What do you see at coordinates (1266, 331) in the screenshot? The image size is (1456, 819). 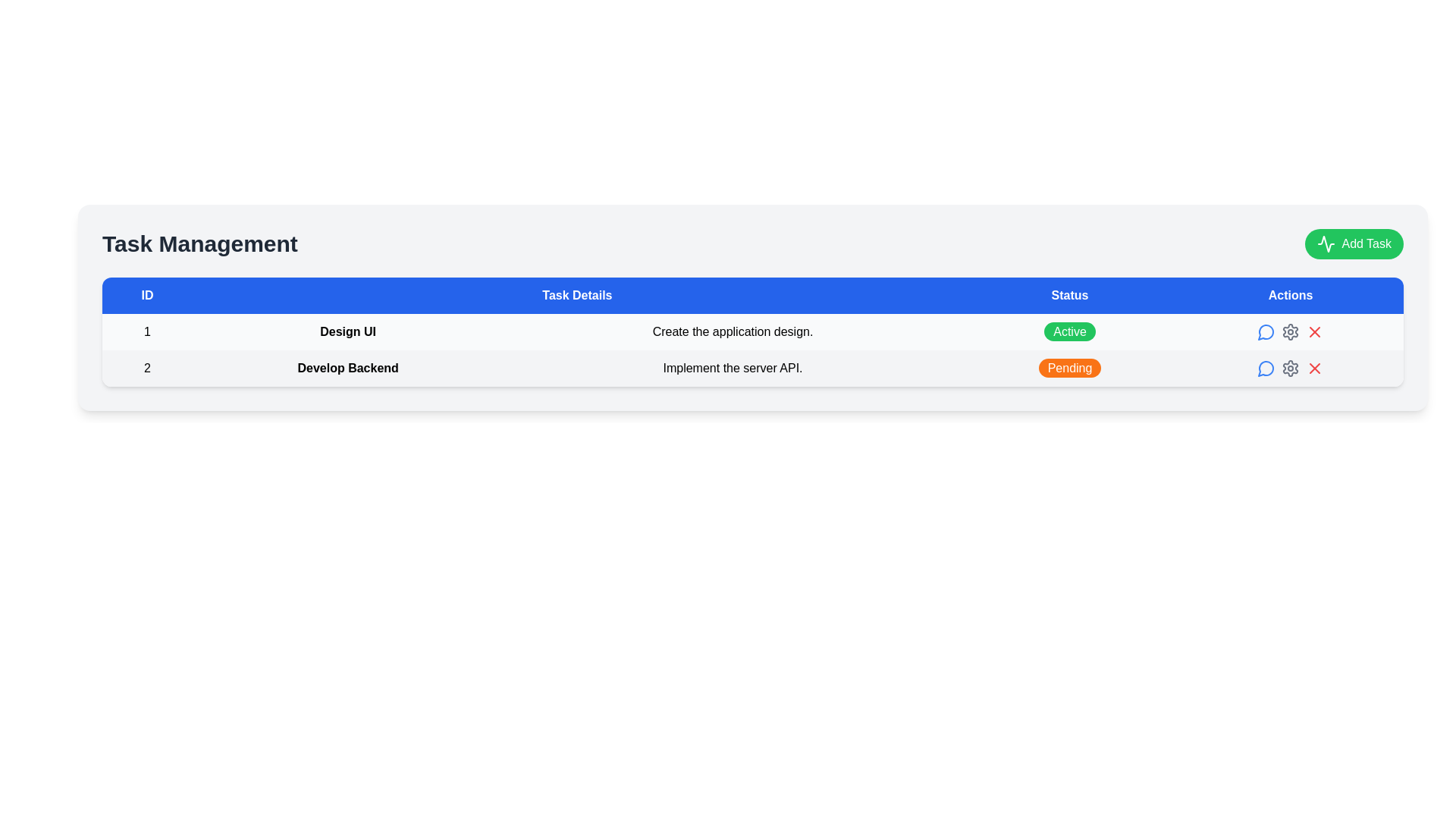 I see `the circular speech bubble icon in the 'Actions' column, specifically in the second row for the task 'Develop Backend.'` at bounding box center [1266, 331].